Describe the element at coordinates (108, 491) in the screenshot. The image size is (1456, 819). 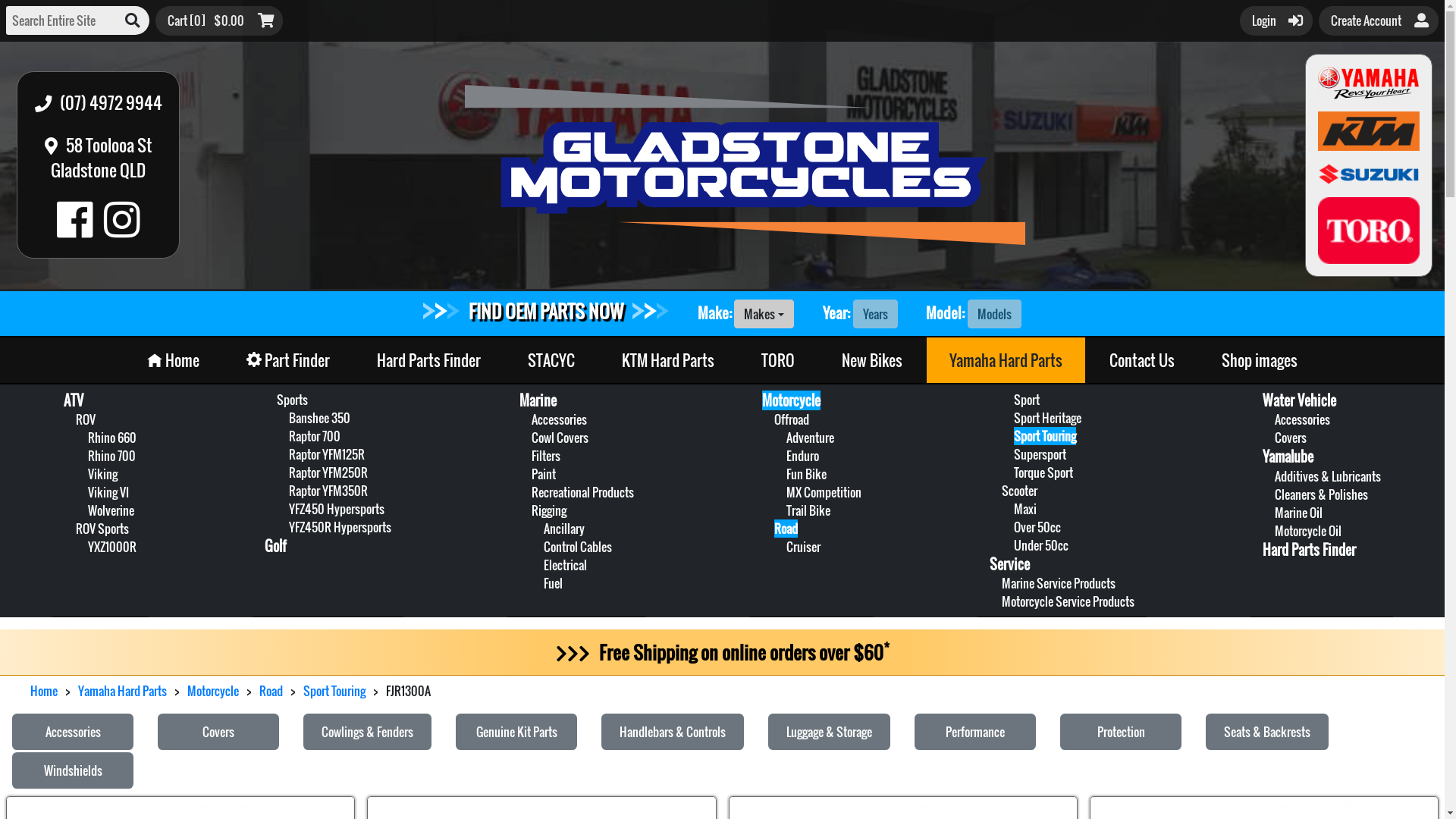
I see `'Viking VI'` at that location.